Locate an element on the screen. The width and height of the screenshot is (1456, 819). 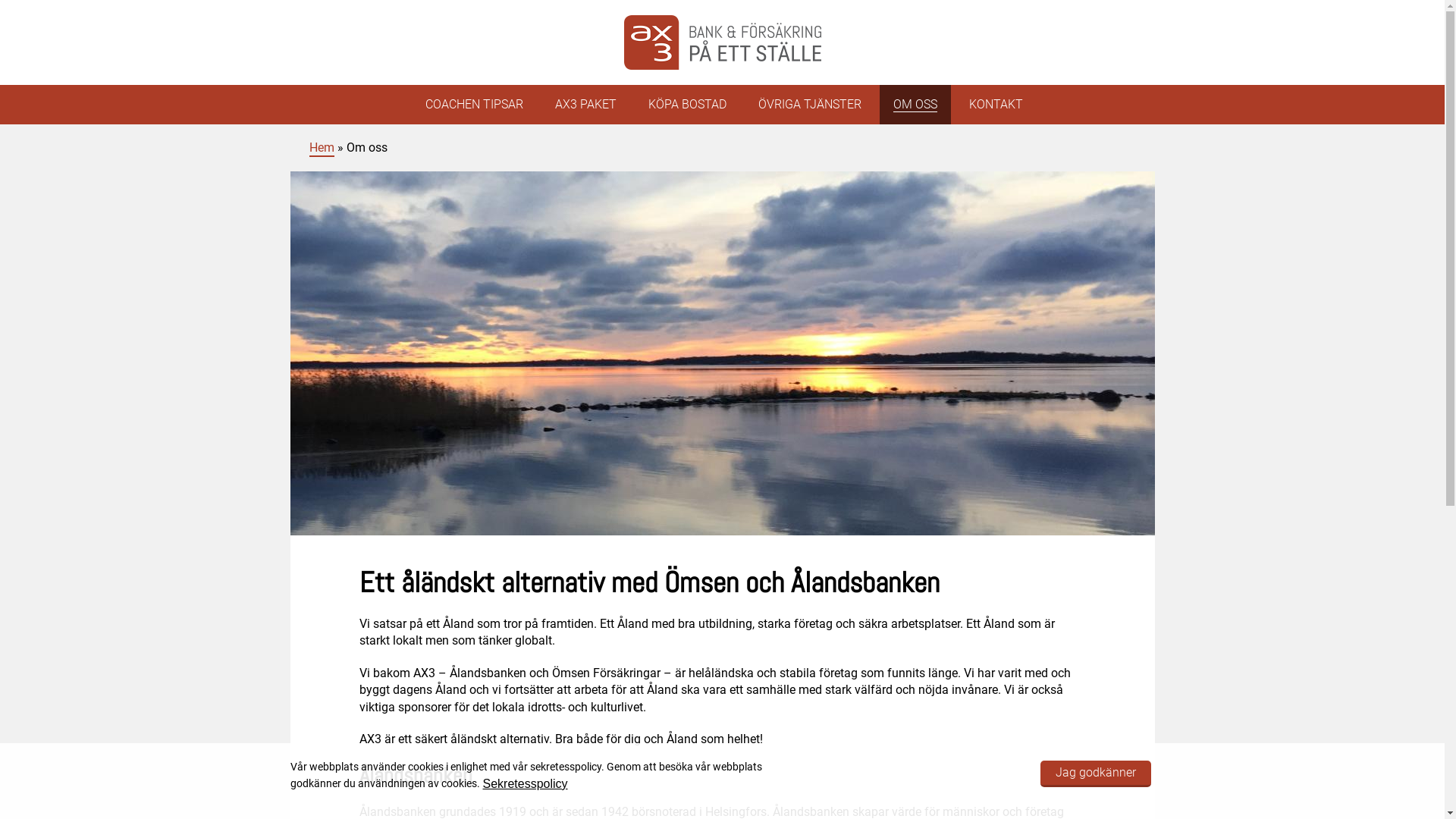
'Sekretesspolicy' is located at coordinates (524, 783).